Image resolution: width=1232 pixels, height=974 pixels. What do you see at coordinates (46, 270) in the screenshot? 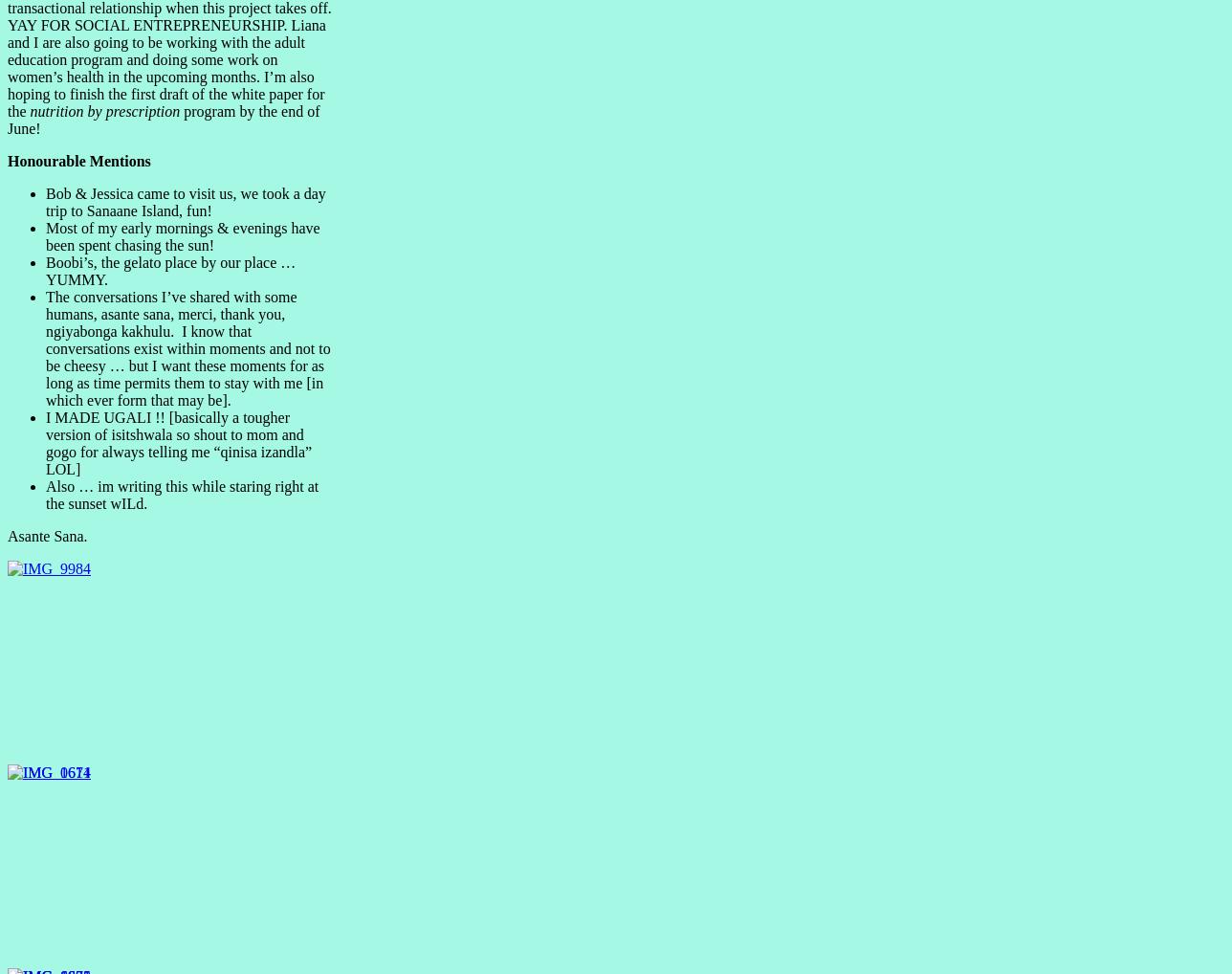
I see `'Boobi’s, the gelato place by our place … YUMMY.'` at bounding box center [46, 270].